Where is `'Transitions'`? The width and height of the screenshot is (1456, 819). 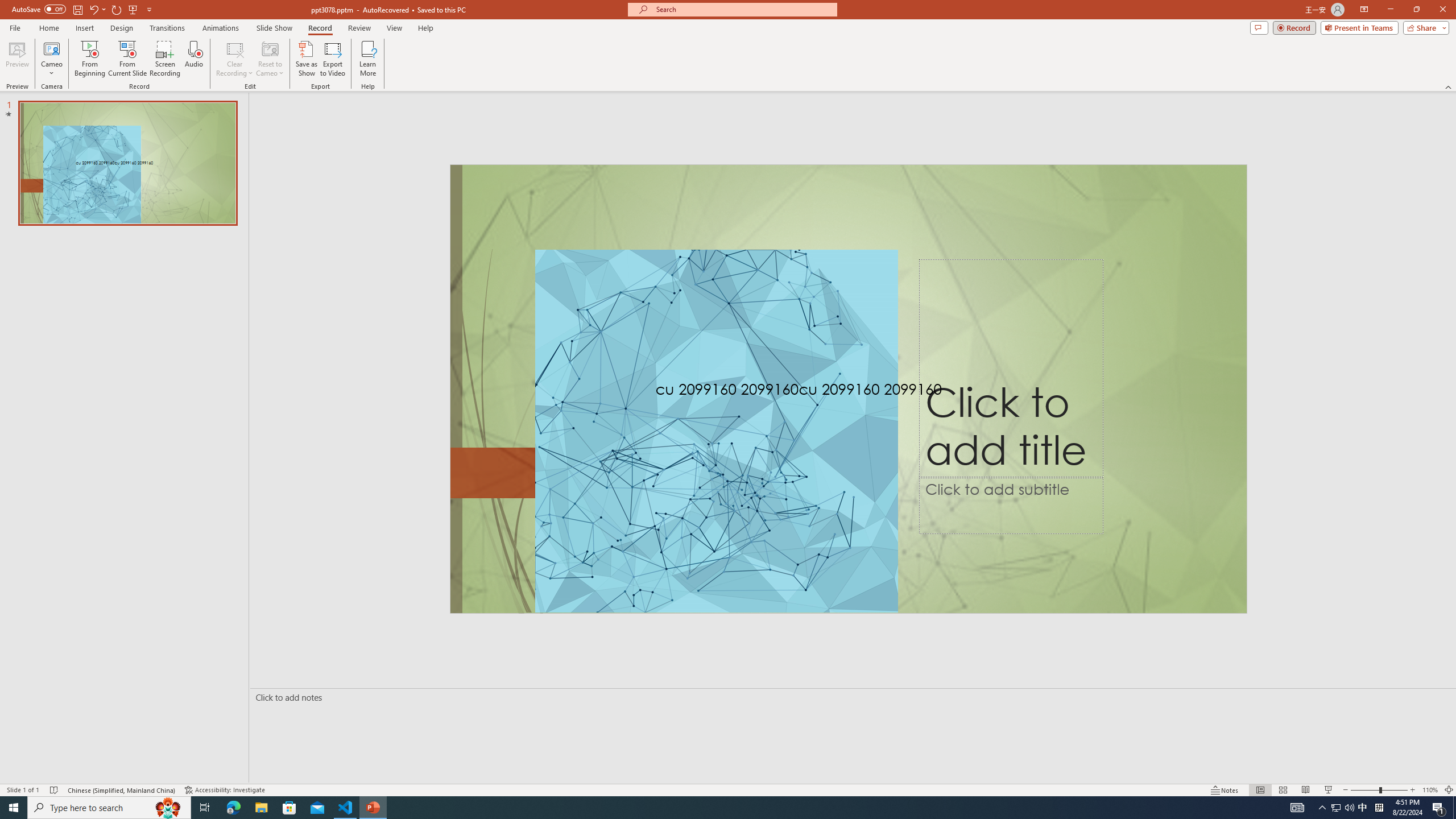 'Transitions' is located at coordinates (167, 28).